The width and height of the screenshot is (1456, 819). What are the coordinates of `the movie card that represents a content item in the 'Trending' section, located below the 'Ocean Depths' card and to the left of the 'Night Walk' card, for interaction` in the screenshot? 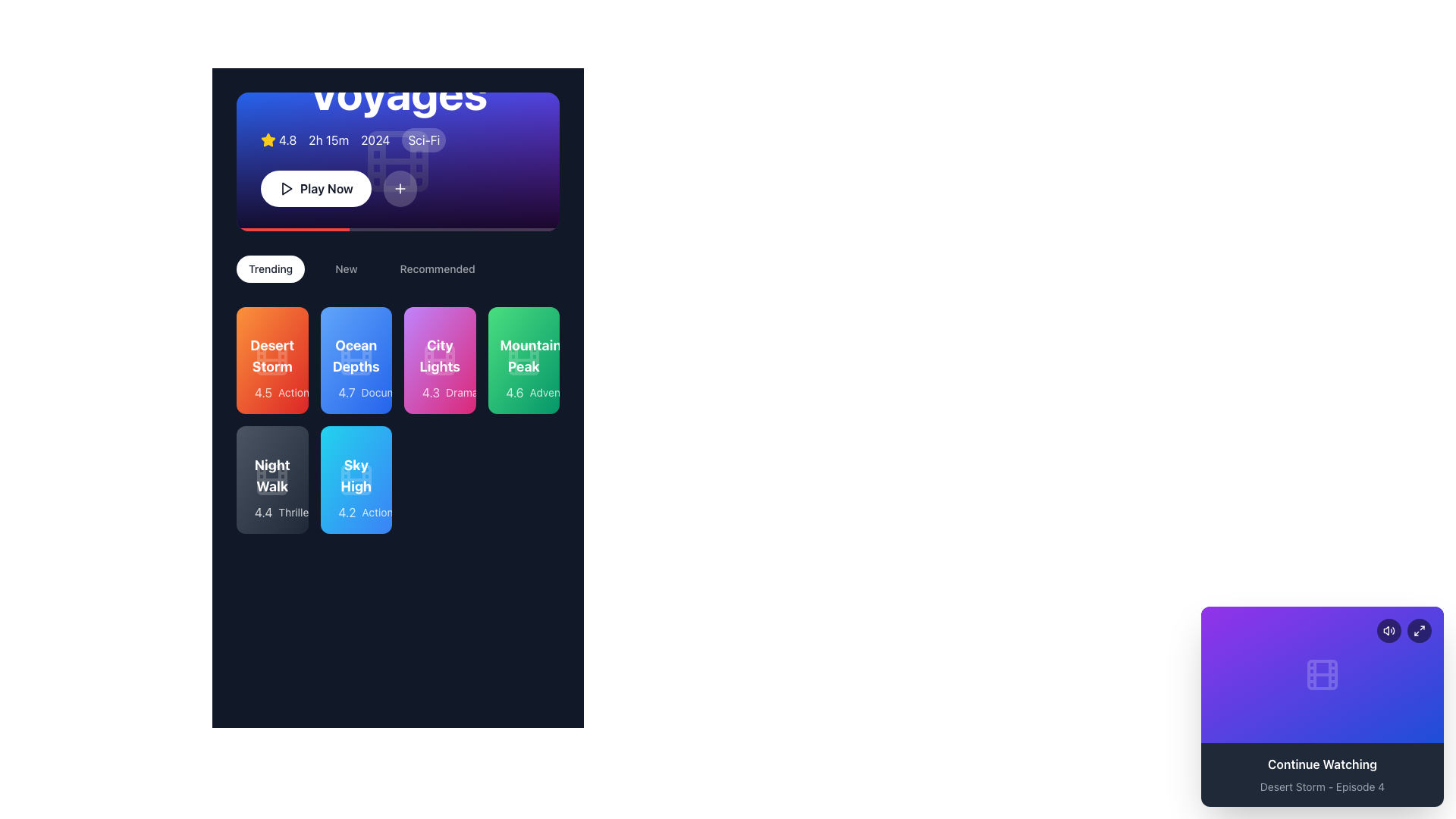 It's located at (355, 488).